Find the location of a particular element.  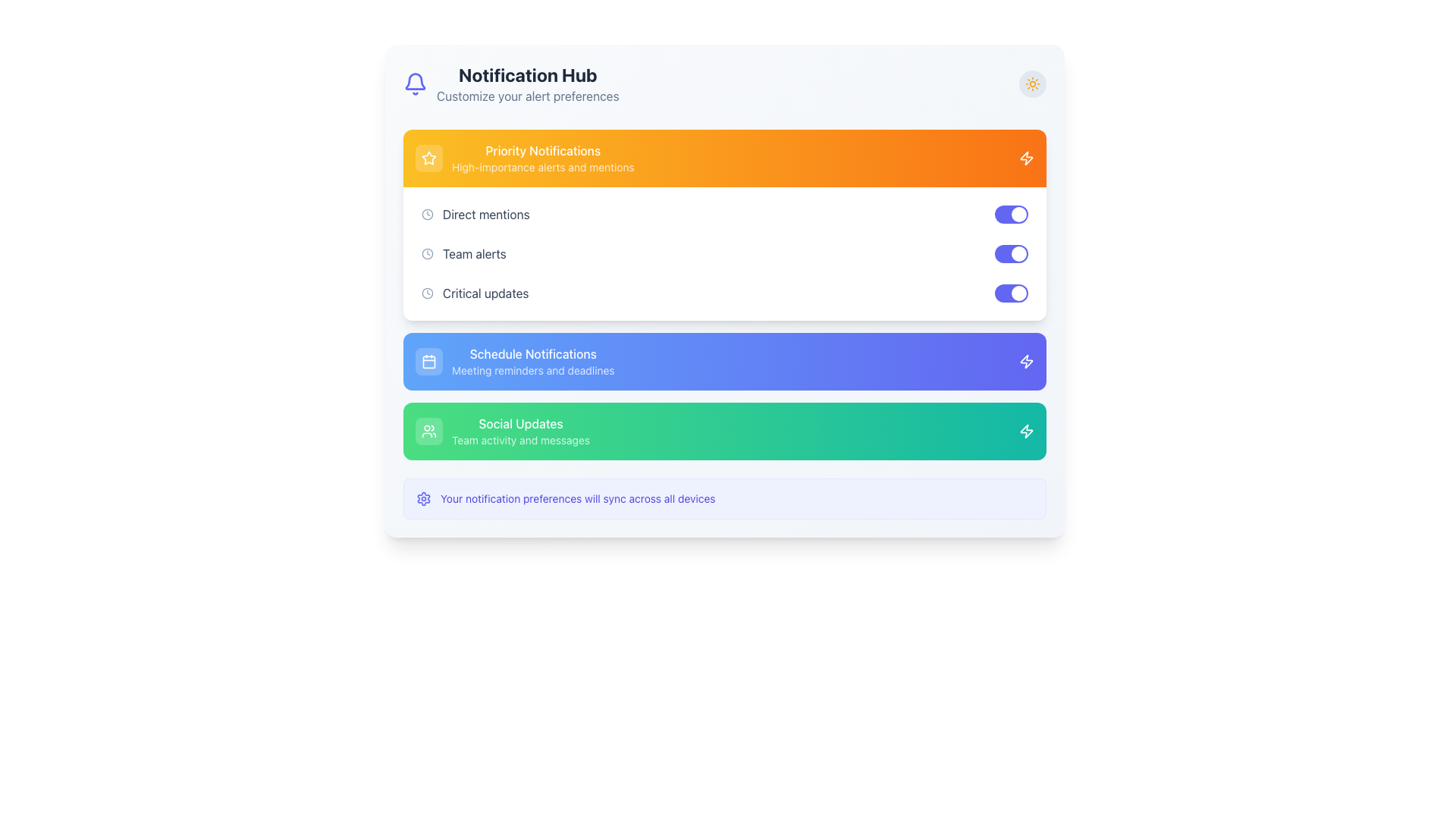

the clock SVG icon representing 'Team alerts' in the 'Priority Notifications' section, which is positioned first in its row among 'Direct mentions' and 'Critical updates' is located at coordinates (427, 253).